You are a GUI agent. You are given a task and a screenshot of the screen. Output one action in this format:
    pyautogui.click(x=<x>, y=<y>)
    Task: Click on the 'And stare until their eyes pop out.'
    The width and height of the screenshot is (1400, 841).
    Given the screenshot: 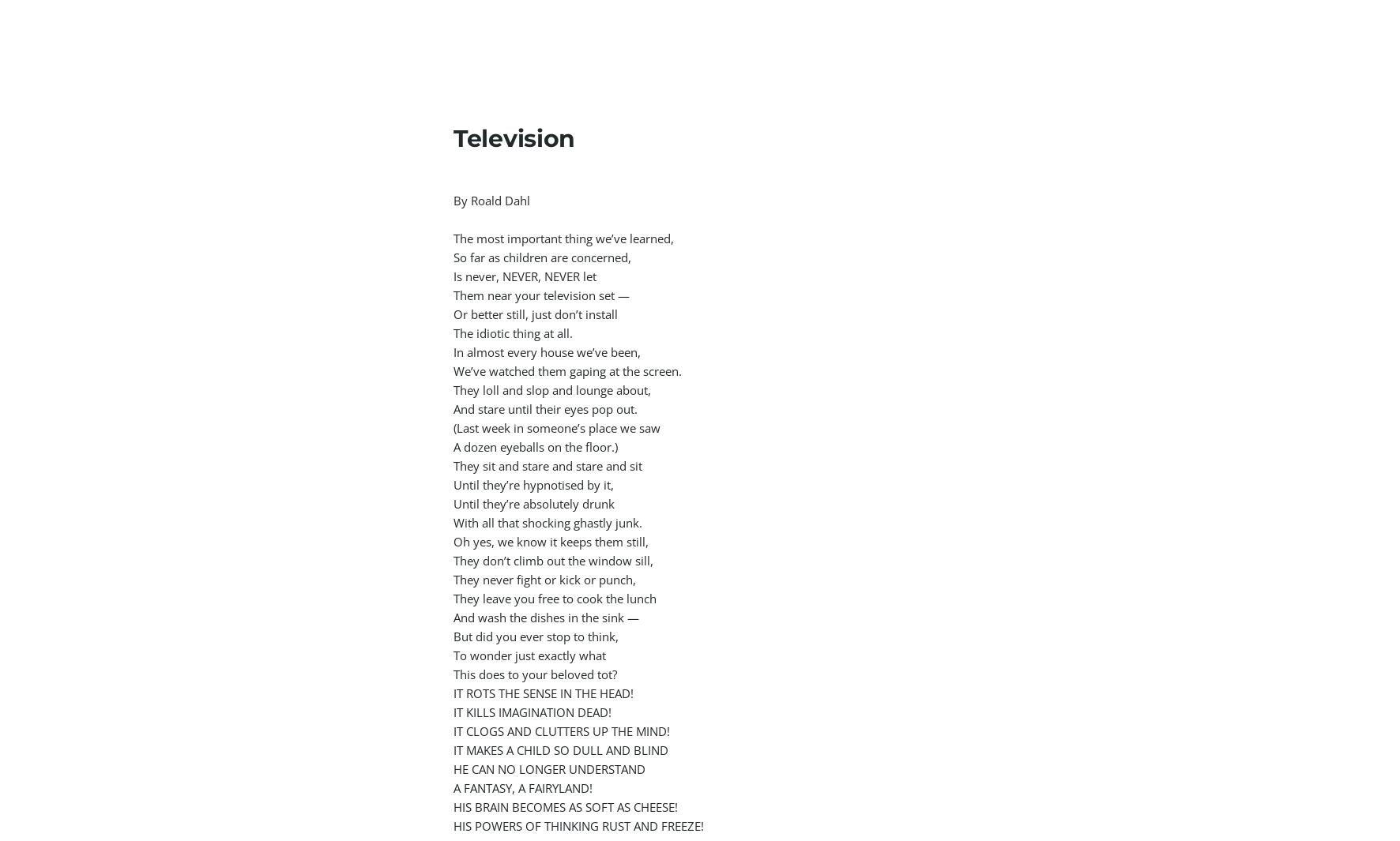 What is the action you would take?
    pyautogui.click(x=546, y=408)
    